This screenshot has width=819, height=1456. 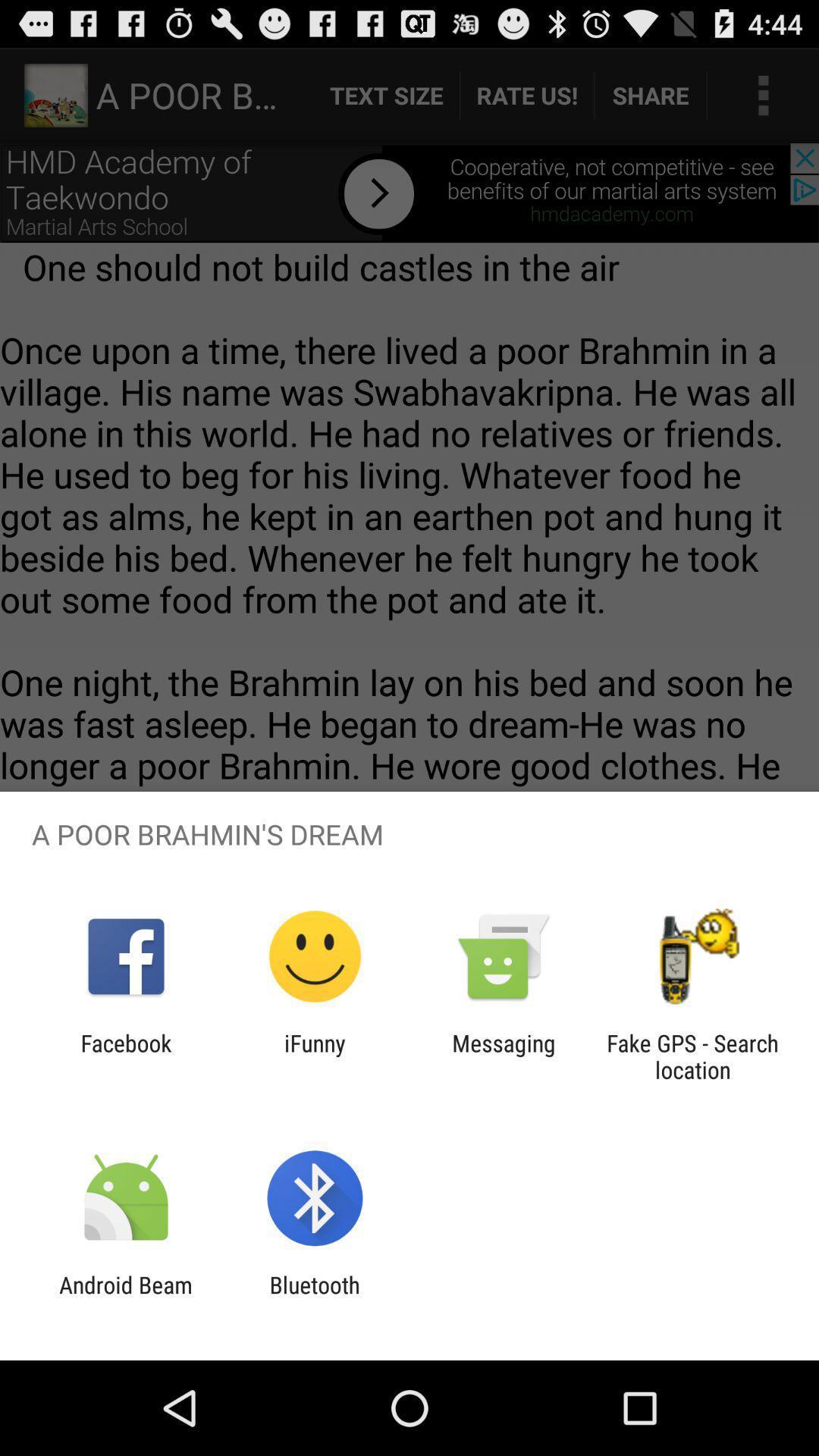 What do you see at coordinates (125, 1056) in the screenshot?
I see `the app next to the ifunny item` at bounding box center [125, 1056].